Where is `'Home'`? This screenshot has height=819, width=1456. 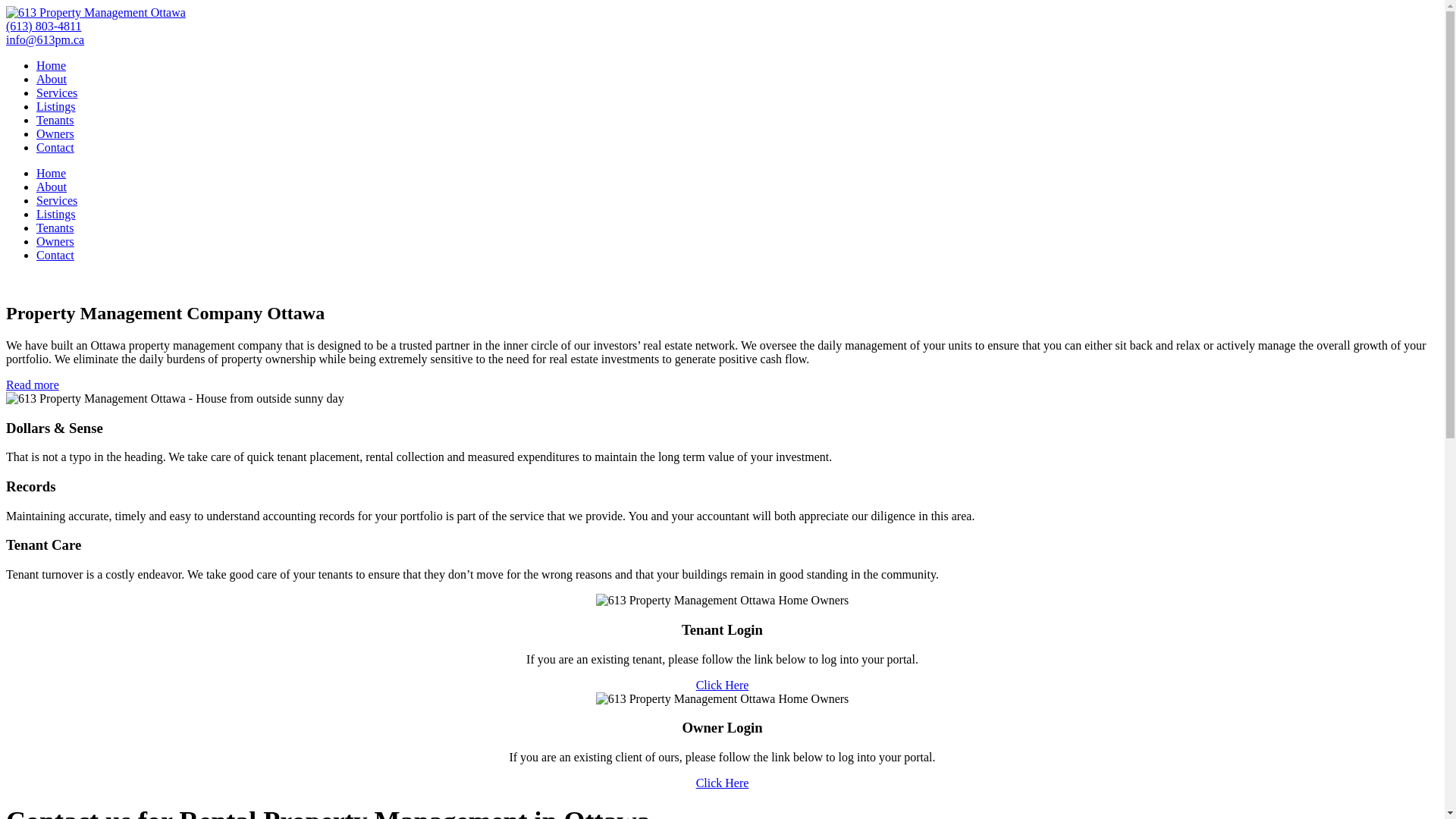 'Home' is located at coordinates (51, 64).